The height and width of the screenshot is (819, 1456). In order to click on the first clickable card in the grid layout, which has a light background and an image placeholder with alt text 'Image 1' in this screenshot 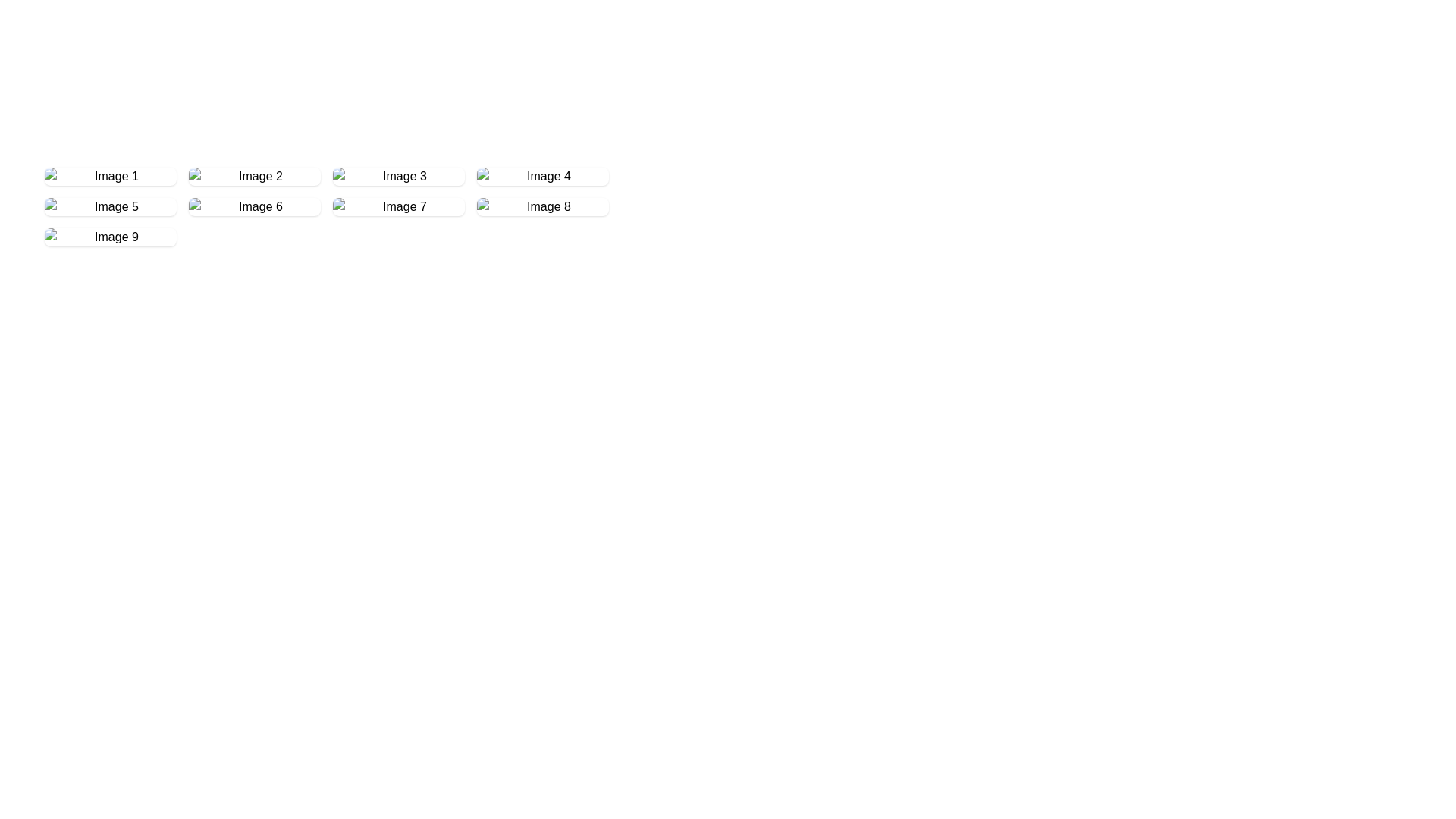, I will do `click(109, 175)`.